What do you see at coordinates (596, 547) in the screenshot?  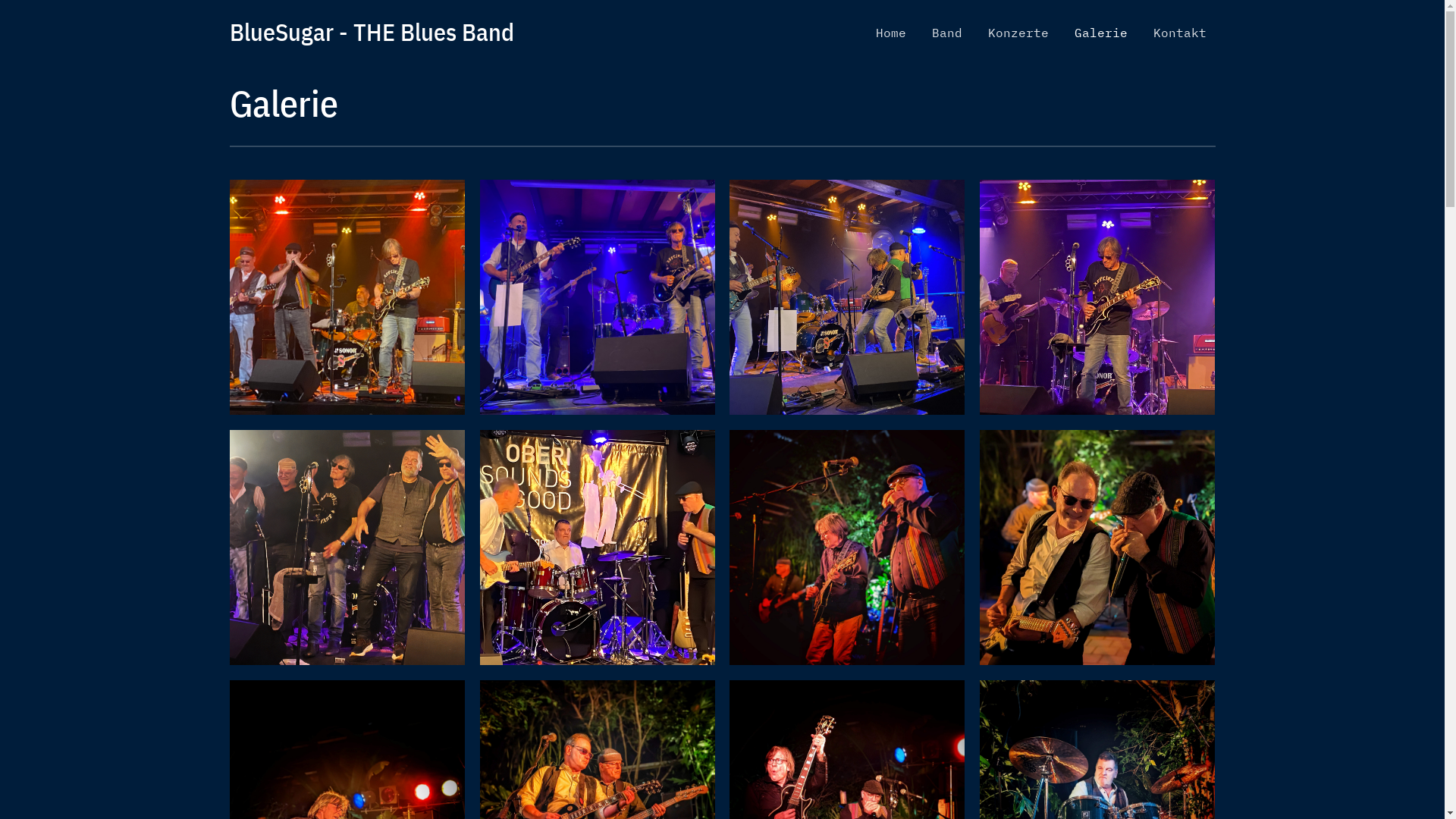 I see `'Oberi Sounds Good Oberwinterthur'` at bounding box center [596, 547].